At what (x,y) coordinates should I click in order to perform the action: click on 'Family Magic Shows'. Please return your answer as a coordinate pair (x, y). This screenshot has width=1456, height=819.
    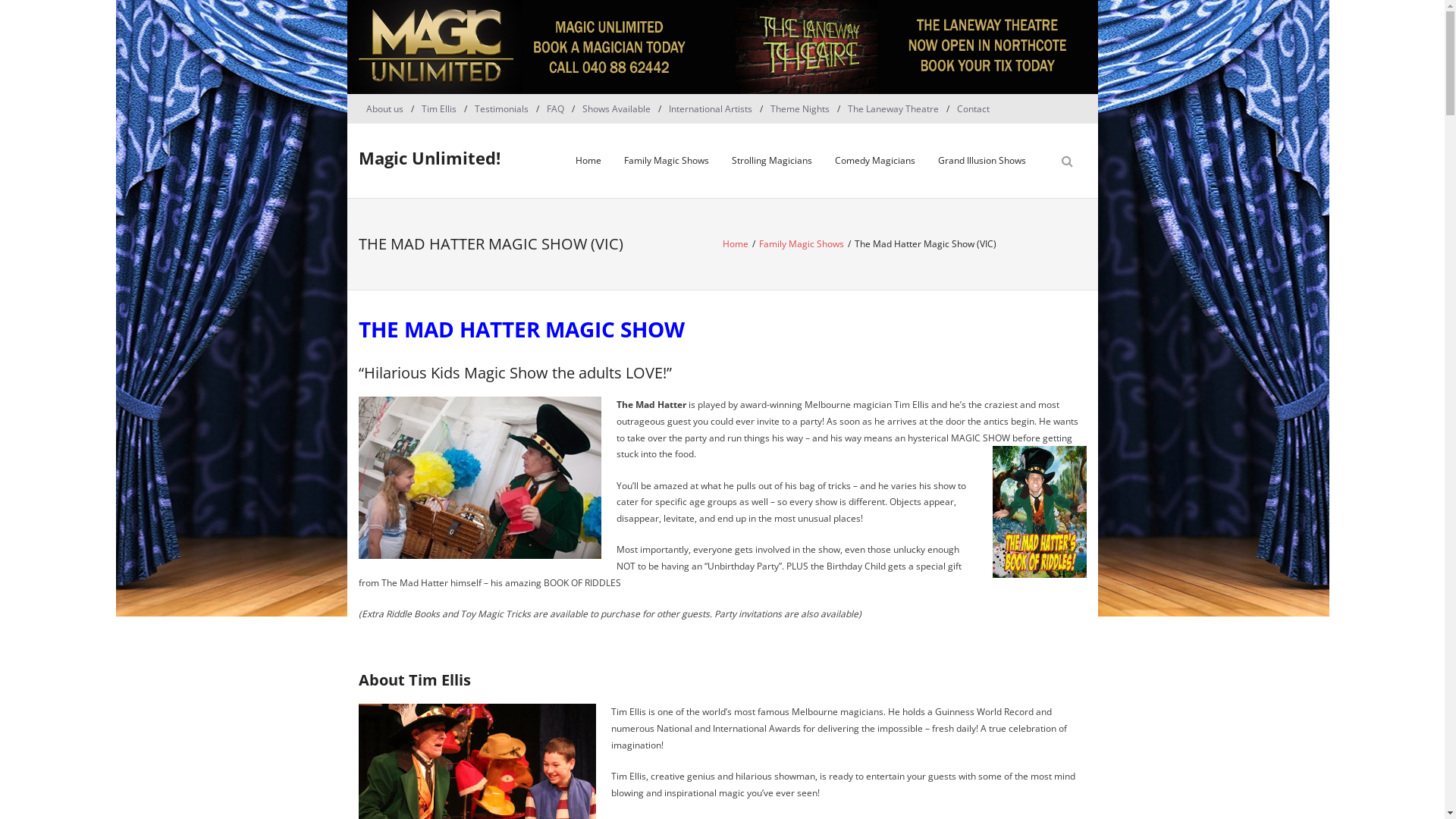
    Looking at the image, I should click on (612, 161).